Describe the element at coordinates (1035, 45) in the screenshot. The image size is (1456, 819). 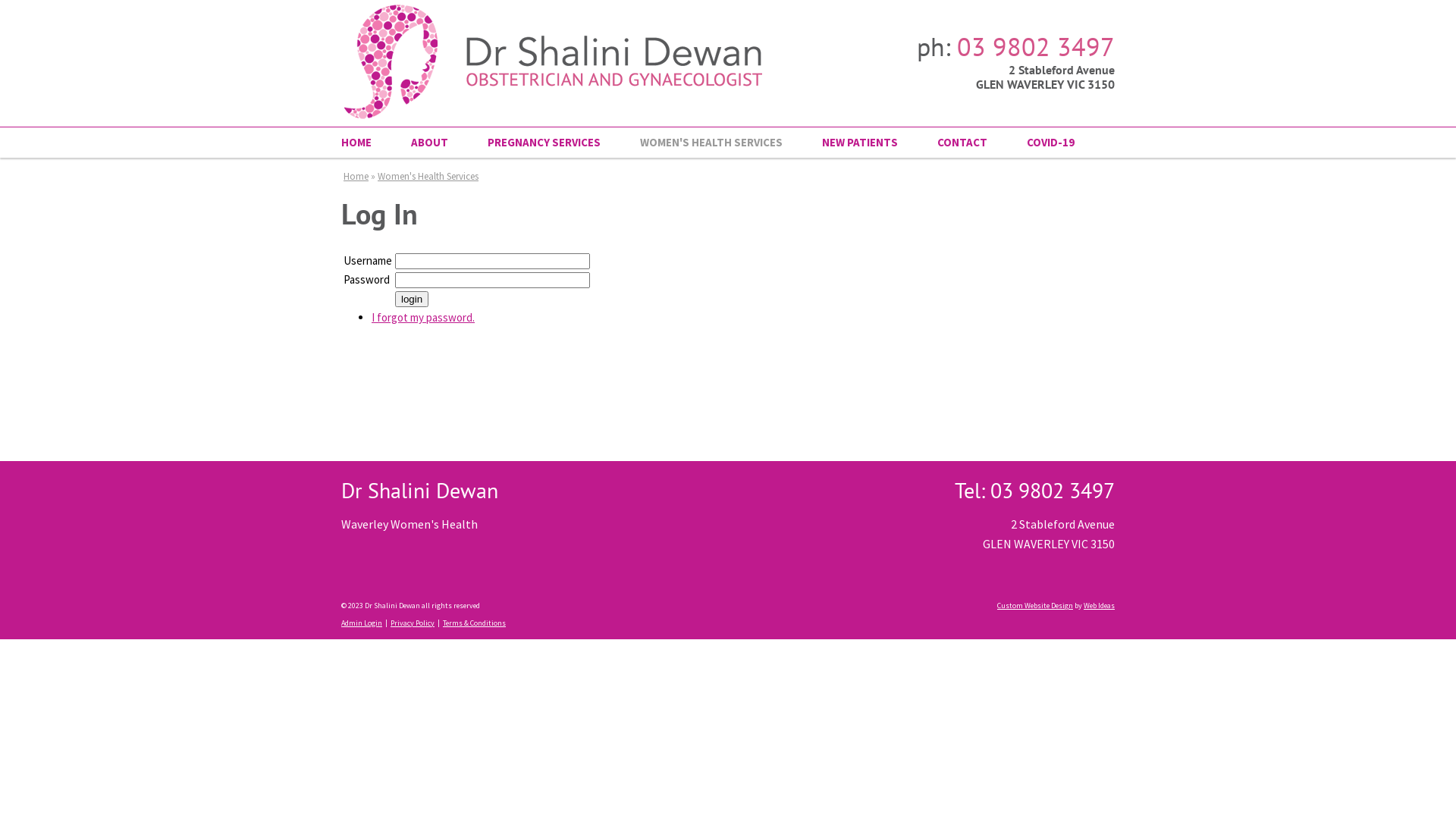
I see `'03 9802 3497'` at that location.